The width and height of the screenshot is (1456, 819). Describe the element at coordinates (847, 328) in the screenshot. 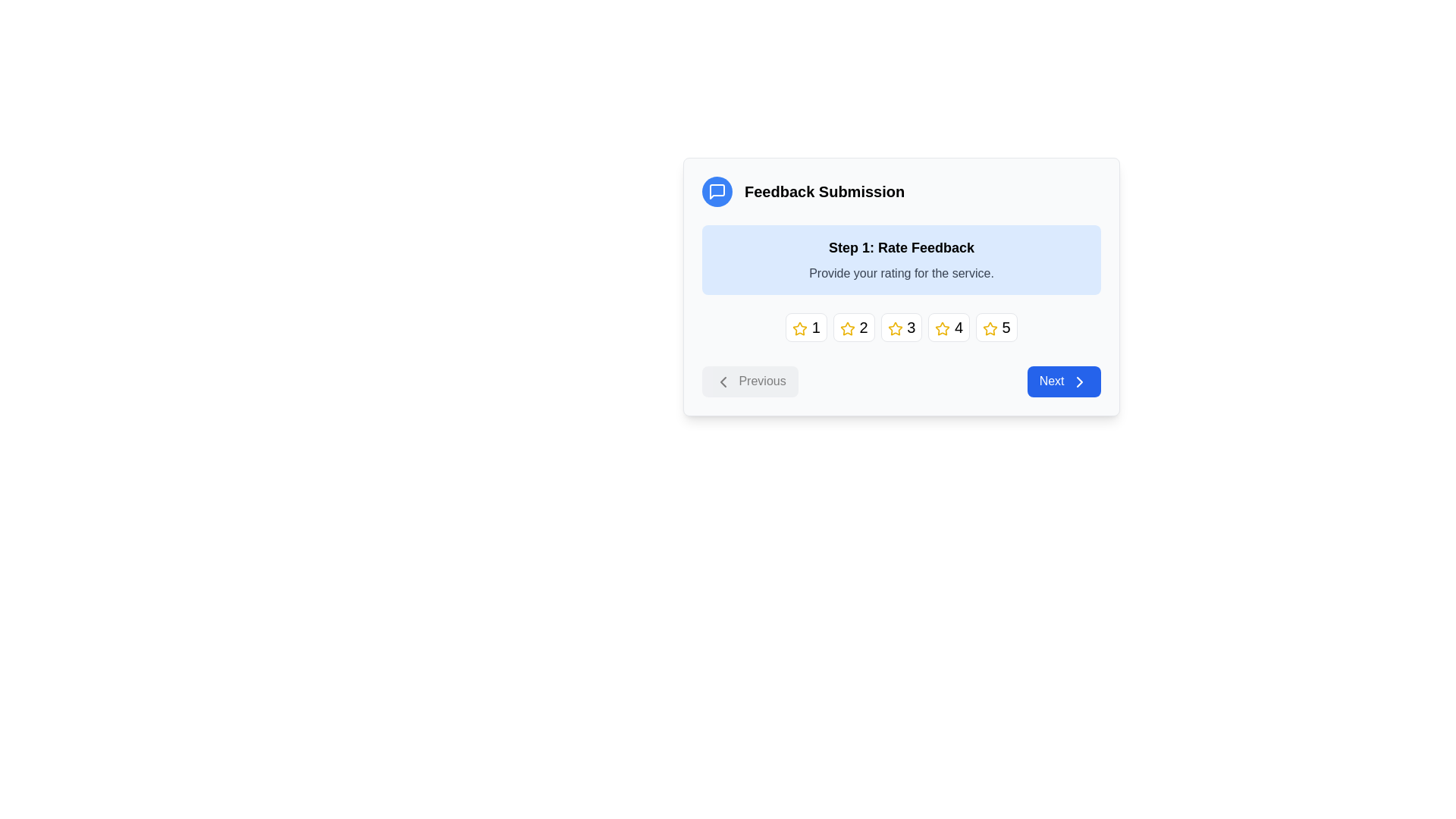

I see `the second star-shaped rating icon with a golden-yellow border located below the 'Step 1: Rate Feedback' heading` at that location.